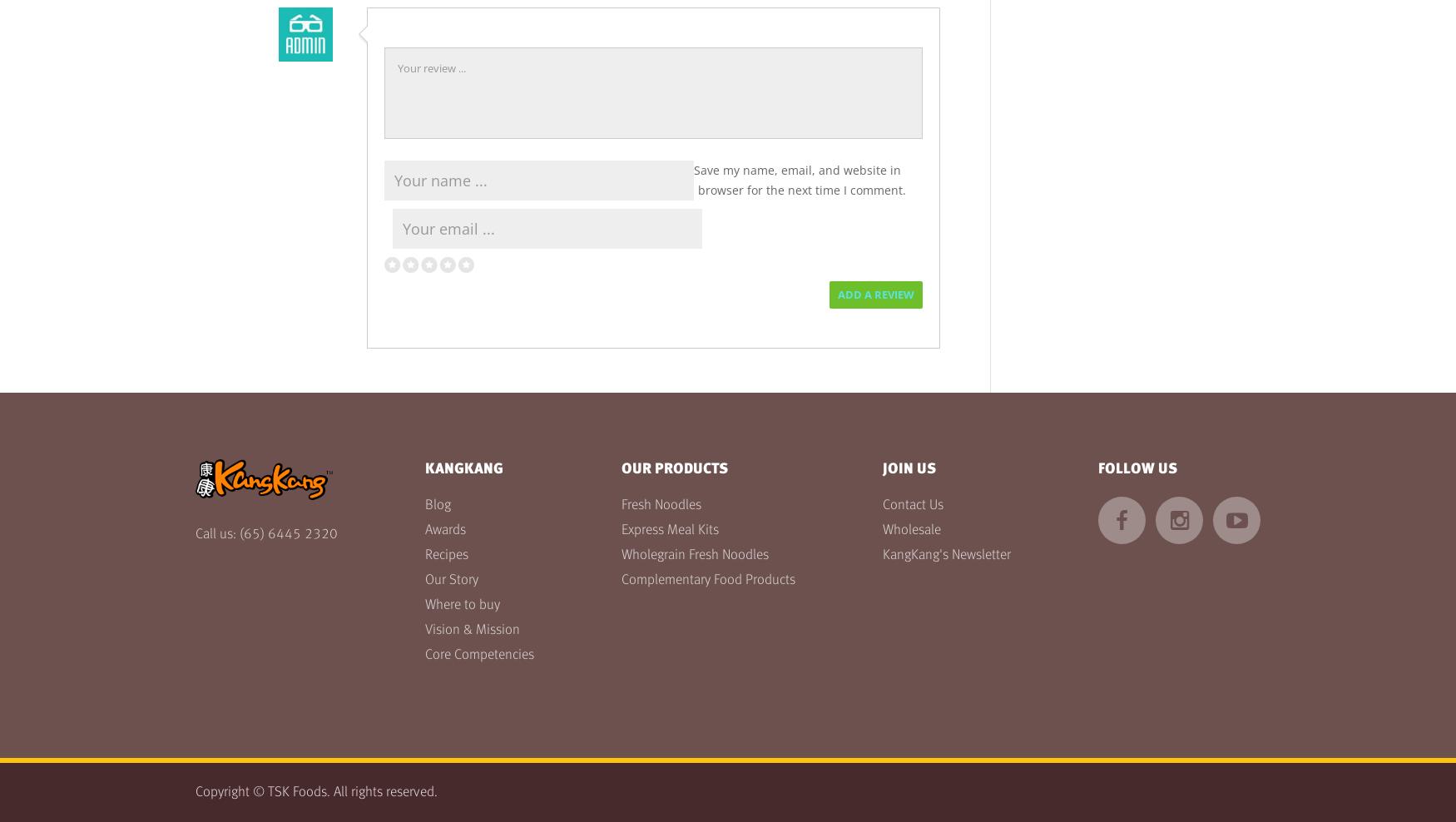  What do you see at coordinates (479, 654) in the screenshot?
I see `'Core Competencies'` at bounding box center [479, 654].